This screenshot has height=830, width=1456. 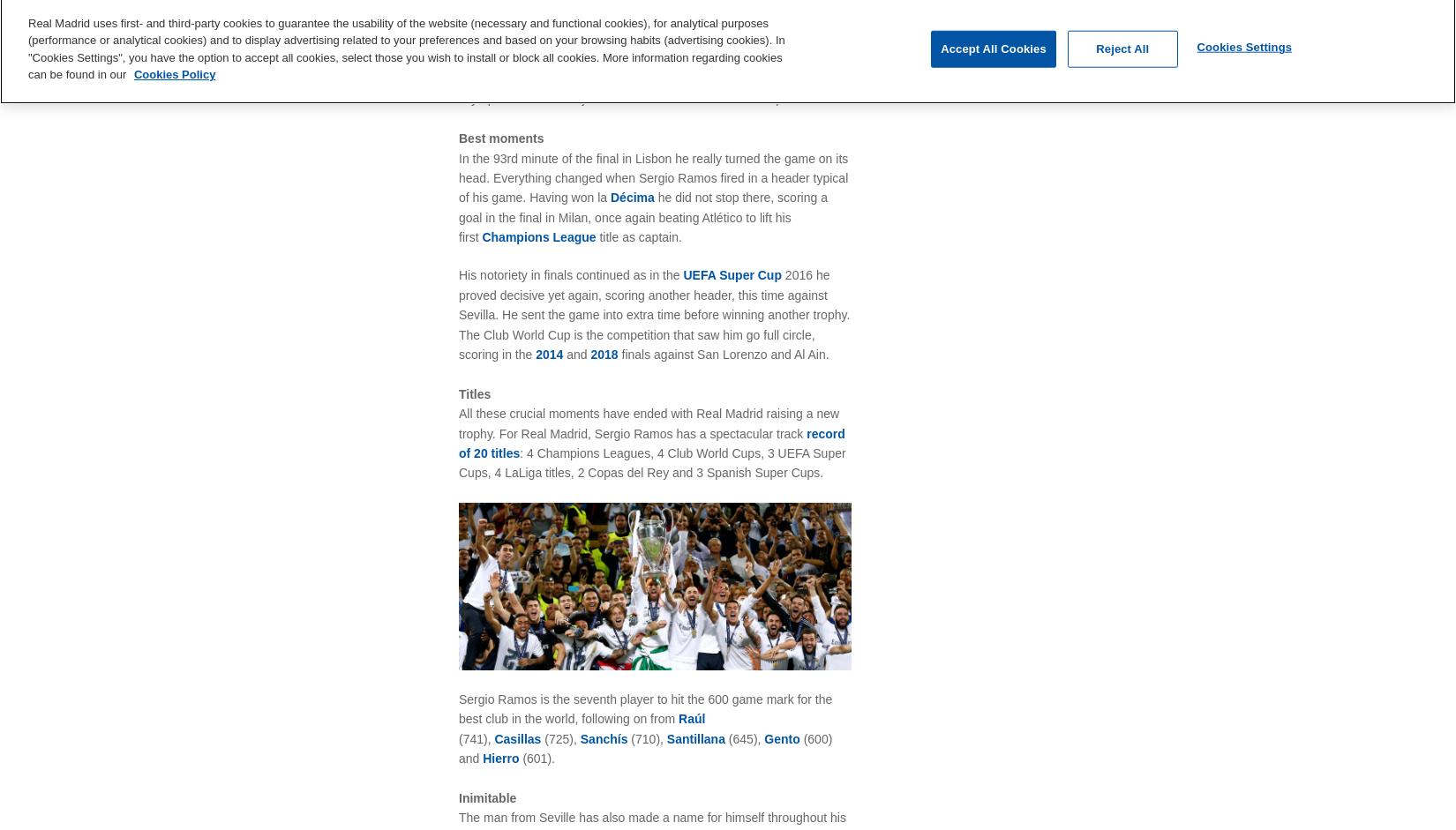 What do you see at coordinates (633, 196) in the screenshot?
I see `'Décima'` at bounding box center [633, 196].